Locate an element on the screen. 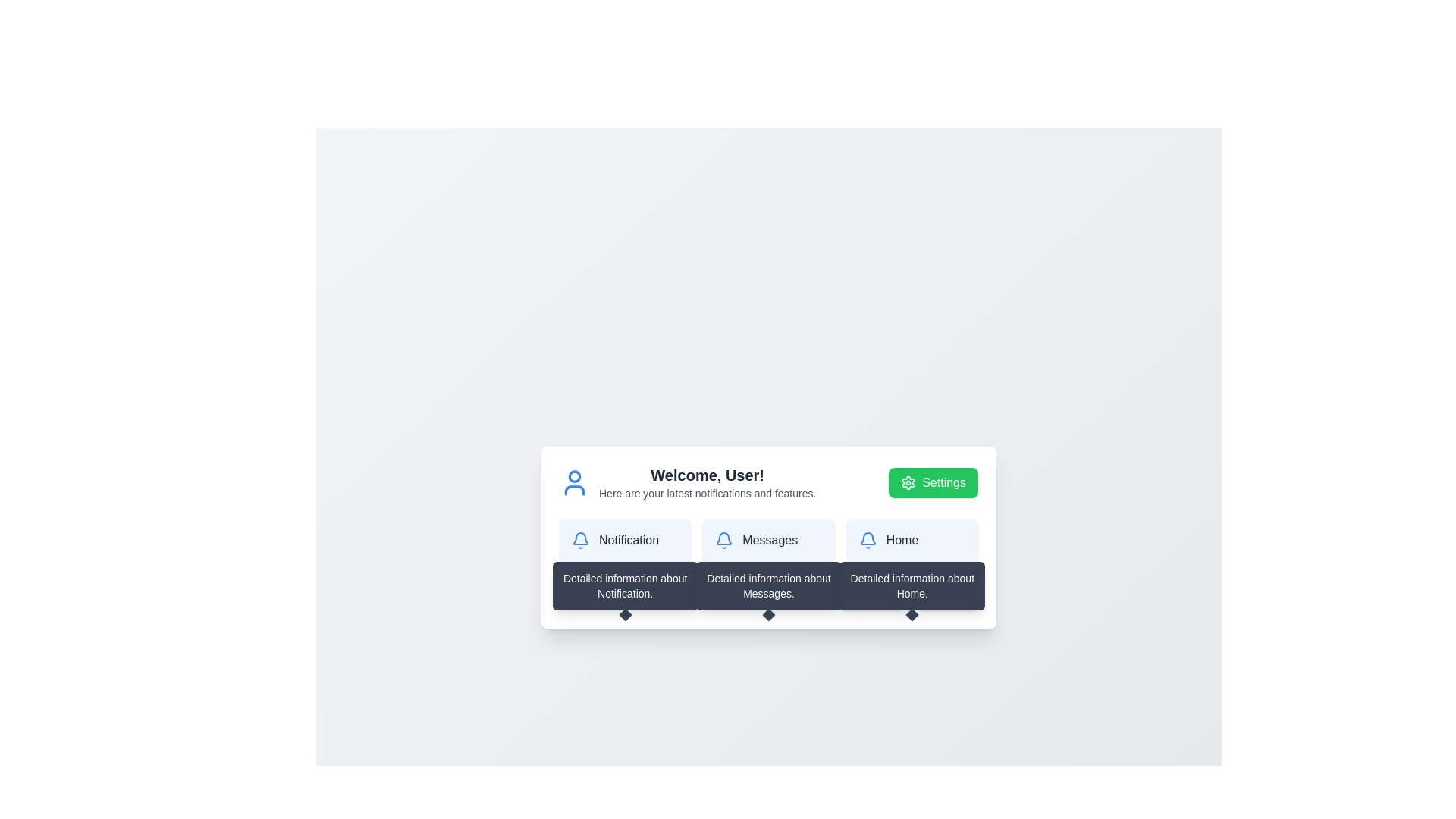  the text label that provides context or identification for its section, located to the right of a bell icon in a horizontal group of three items is located at coordinates (629, 540).